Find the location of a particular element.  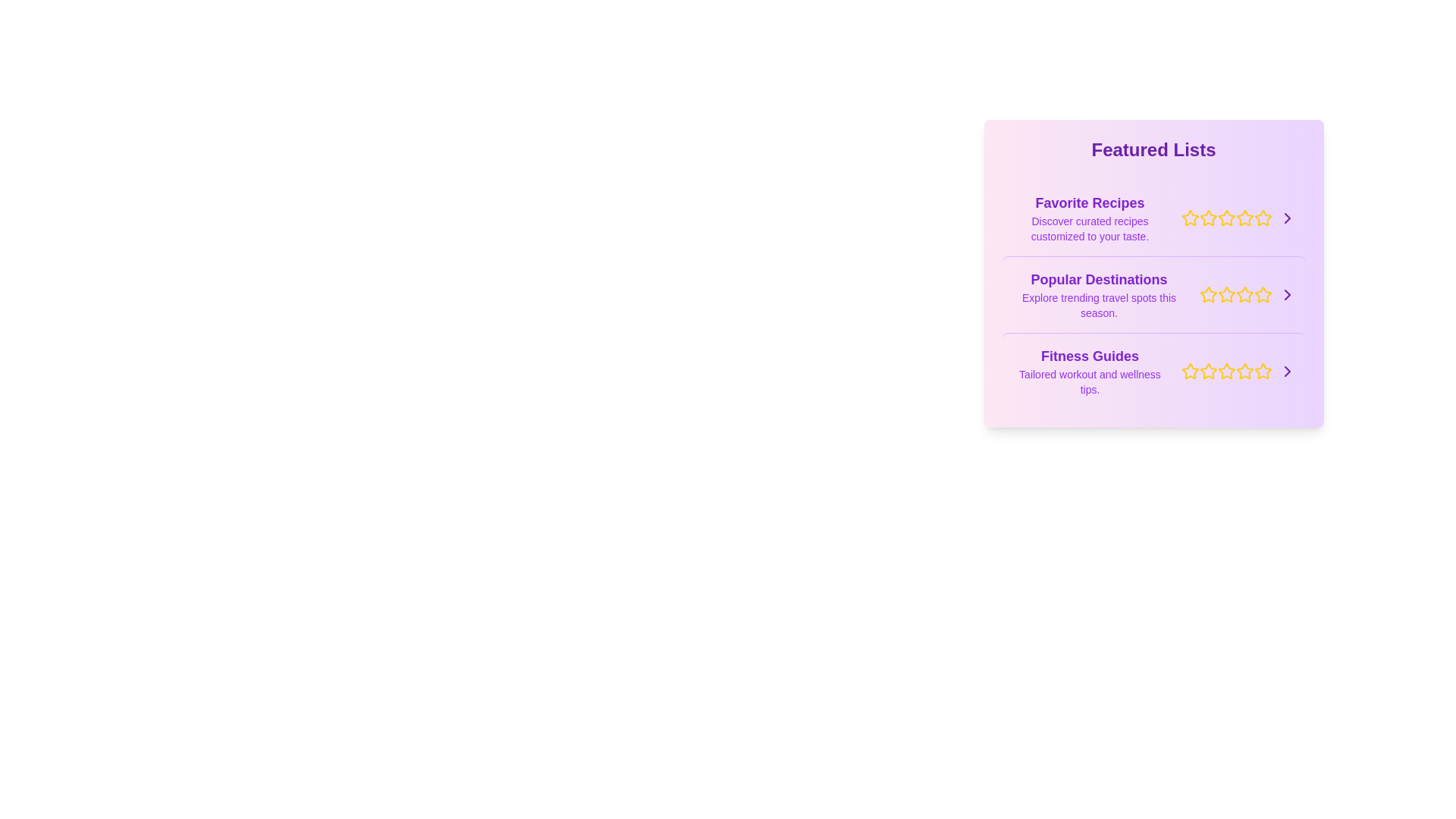

the list item labeled 'Favorite Recipes' to select it is located at coordinates (1153, 218).